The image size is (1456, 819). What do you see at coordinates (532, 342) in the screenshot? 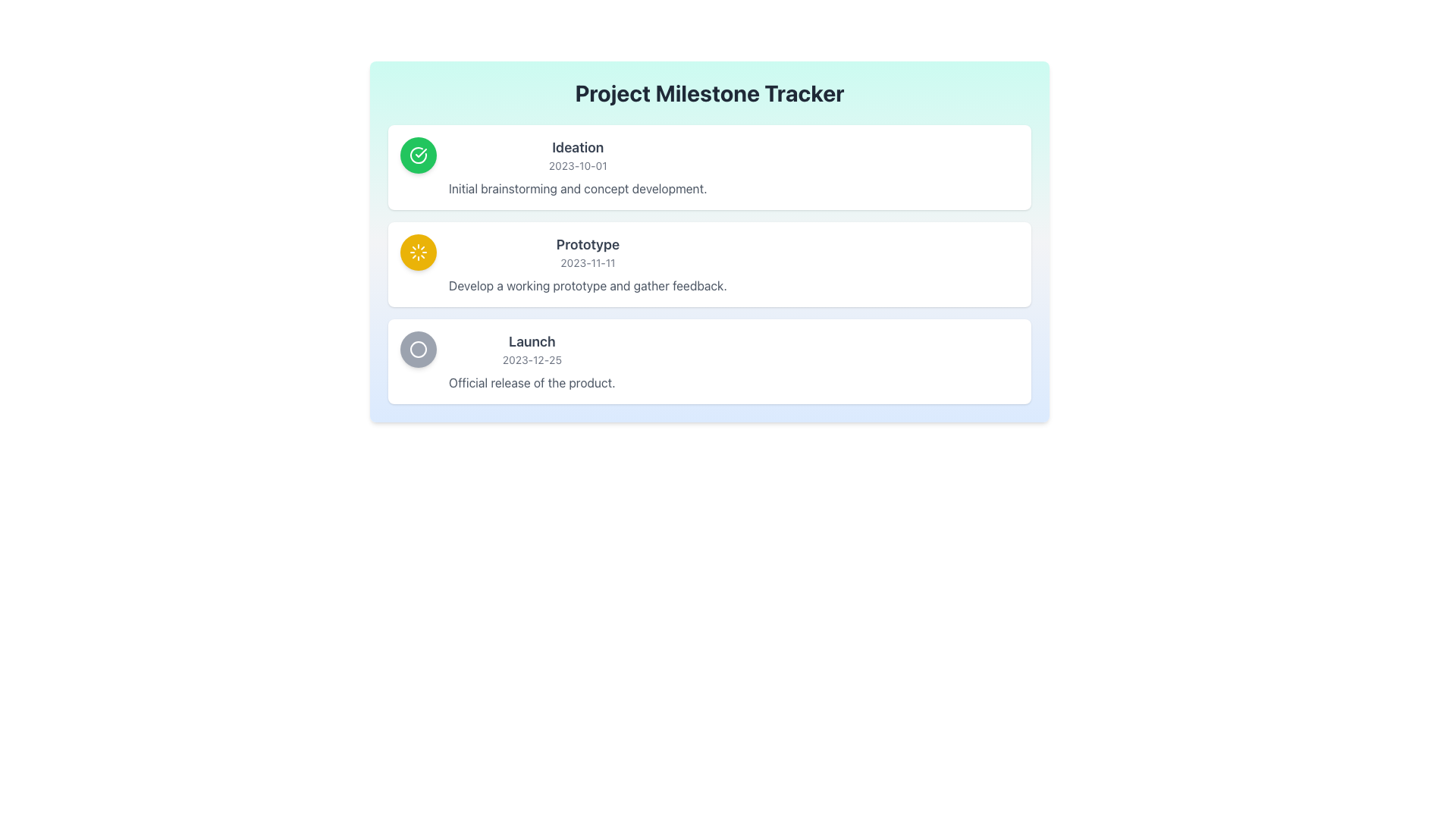
I see `the 'Launch' milestone title text label to read its content` at bounding box center [532, 342].